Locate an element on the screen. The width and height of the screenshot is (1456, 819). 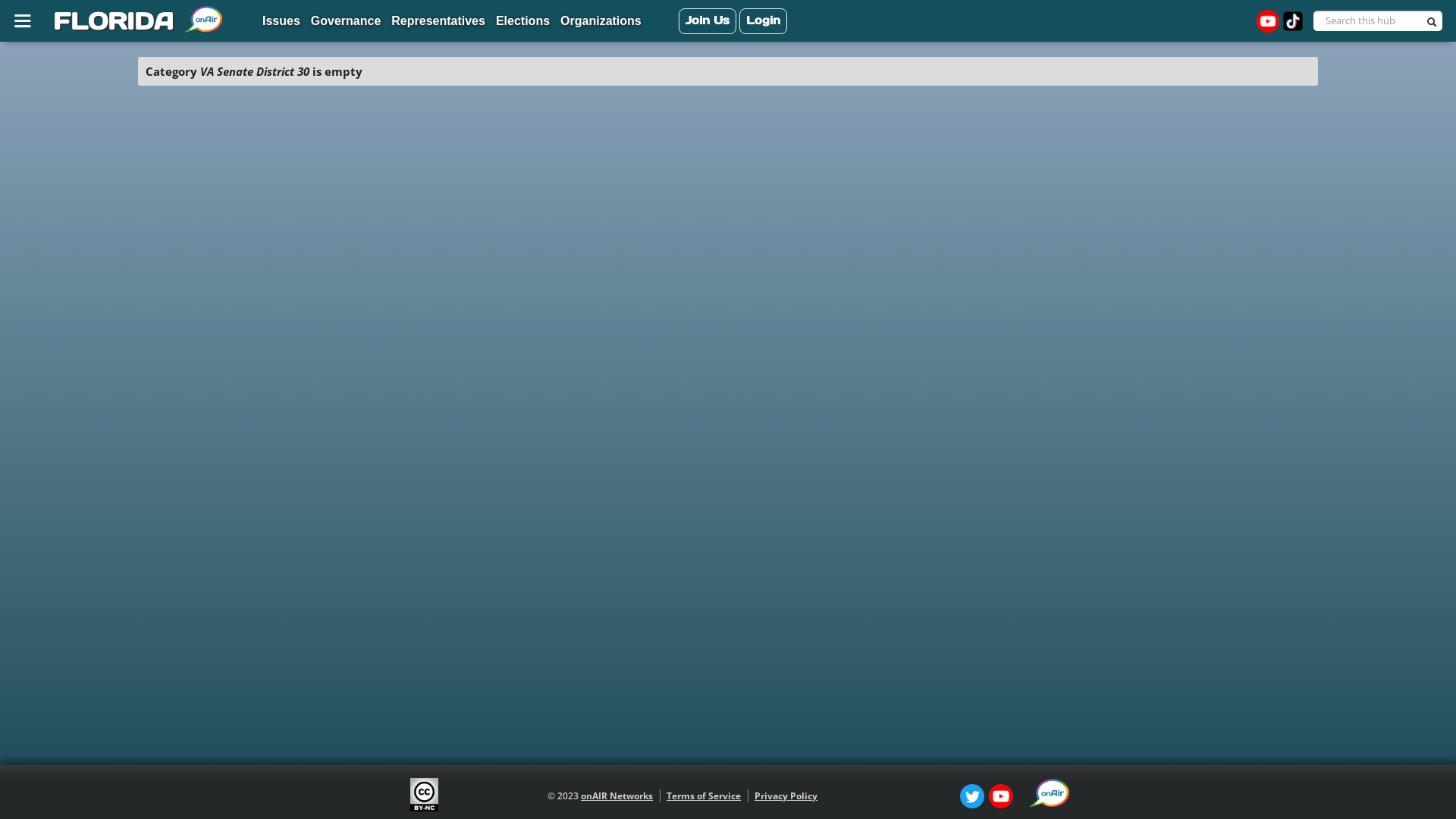
'Governance' is located at coordinates (305, 22).